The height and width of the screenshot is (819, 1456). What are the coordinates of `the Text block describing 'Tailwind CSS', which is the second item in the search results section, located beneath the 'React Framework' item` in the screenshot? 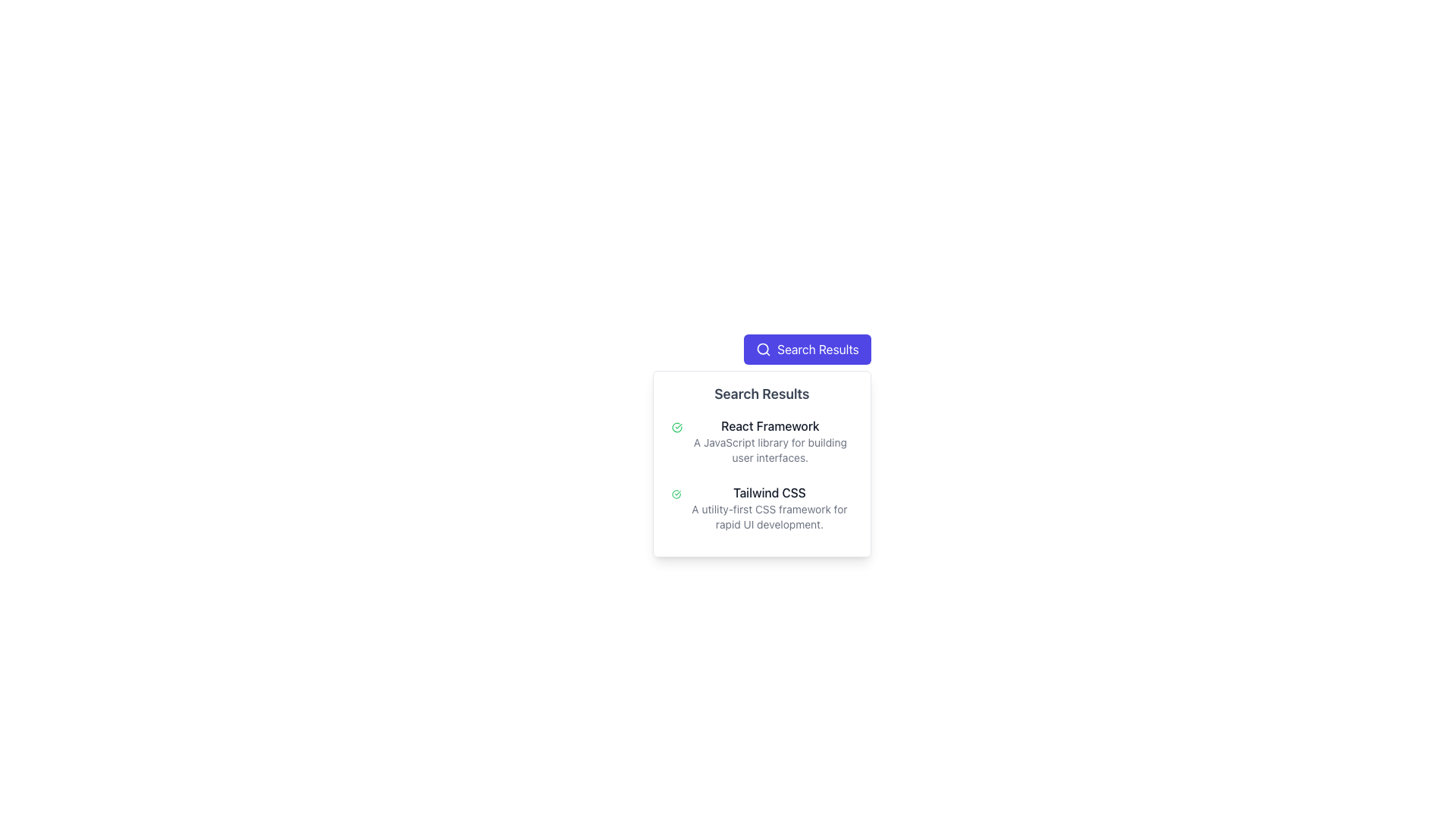 It's located at (770, 508).